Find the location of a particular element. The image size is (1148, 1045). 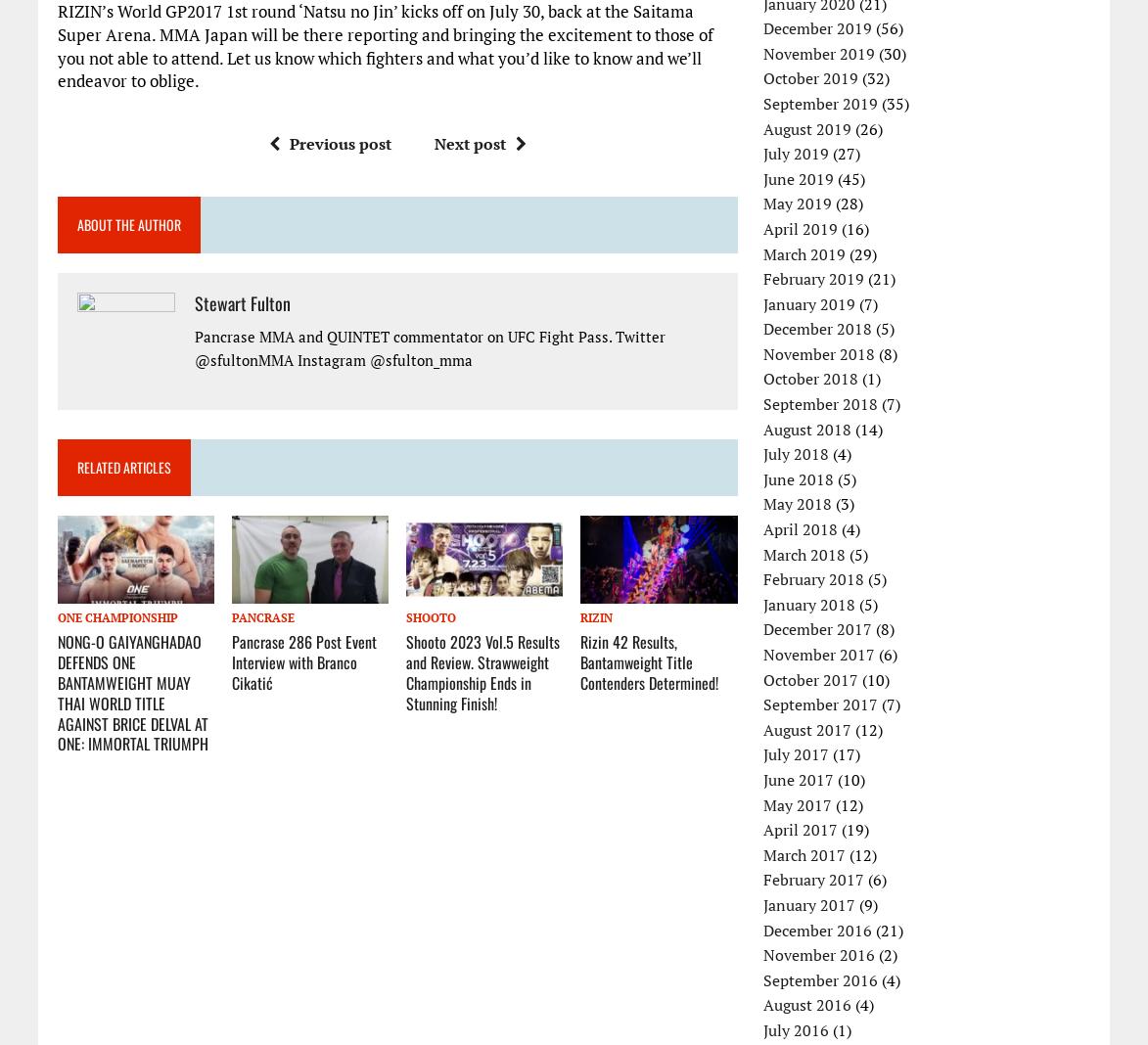

'December 2016' is located at coordinates (817, 929).